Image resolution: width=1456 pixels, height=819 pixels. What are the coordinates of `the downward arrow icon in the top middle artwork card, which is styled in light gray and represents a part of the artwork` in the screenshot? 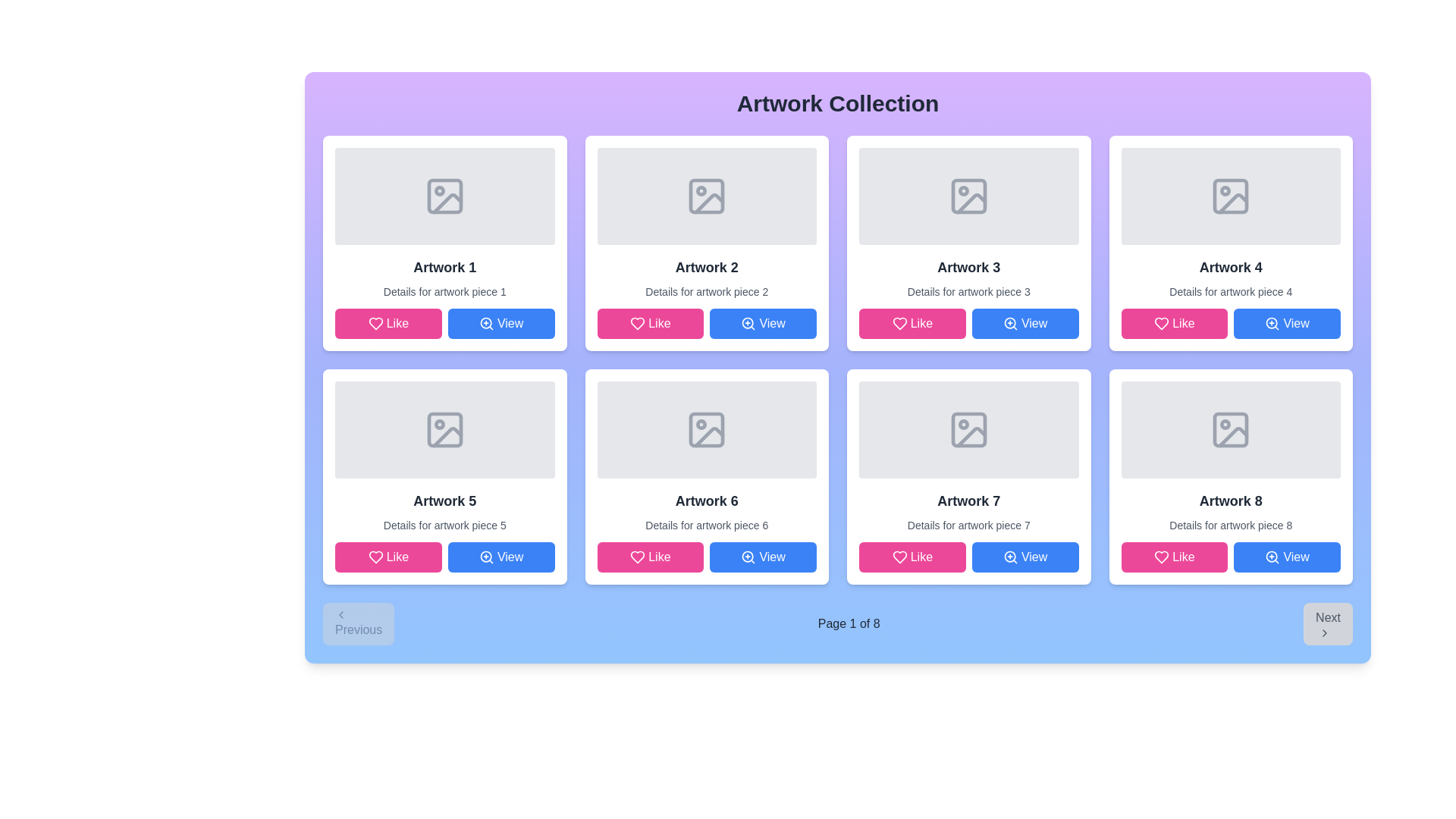 It's located at (971, 202).